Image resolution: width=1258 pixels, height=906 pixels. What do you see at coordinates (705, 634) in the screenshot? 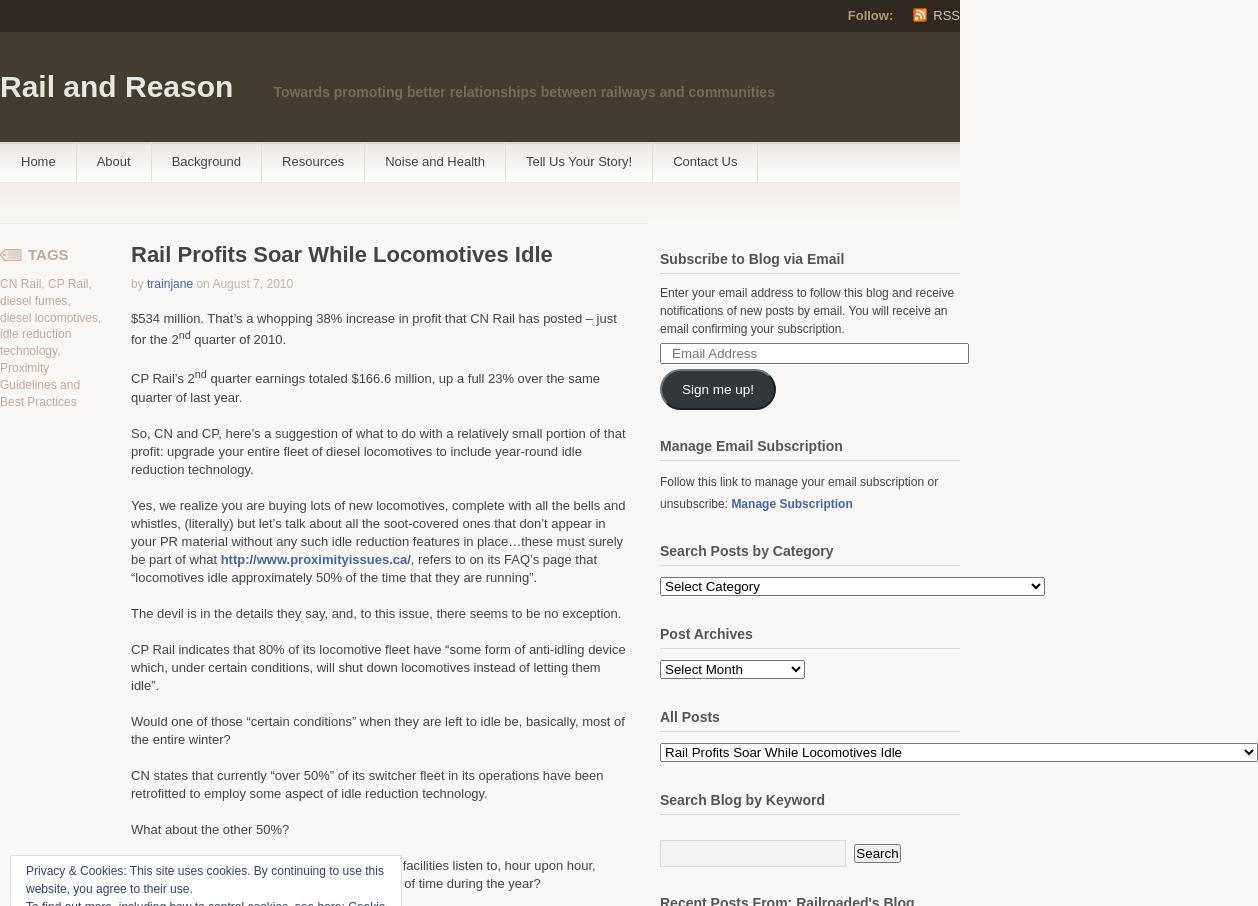
I see `'Post Archives'` at bounding box center [705, 634].